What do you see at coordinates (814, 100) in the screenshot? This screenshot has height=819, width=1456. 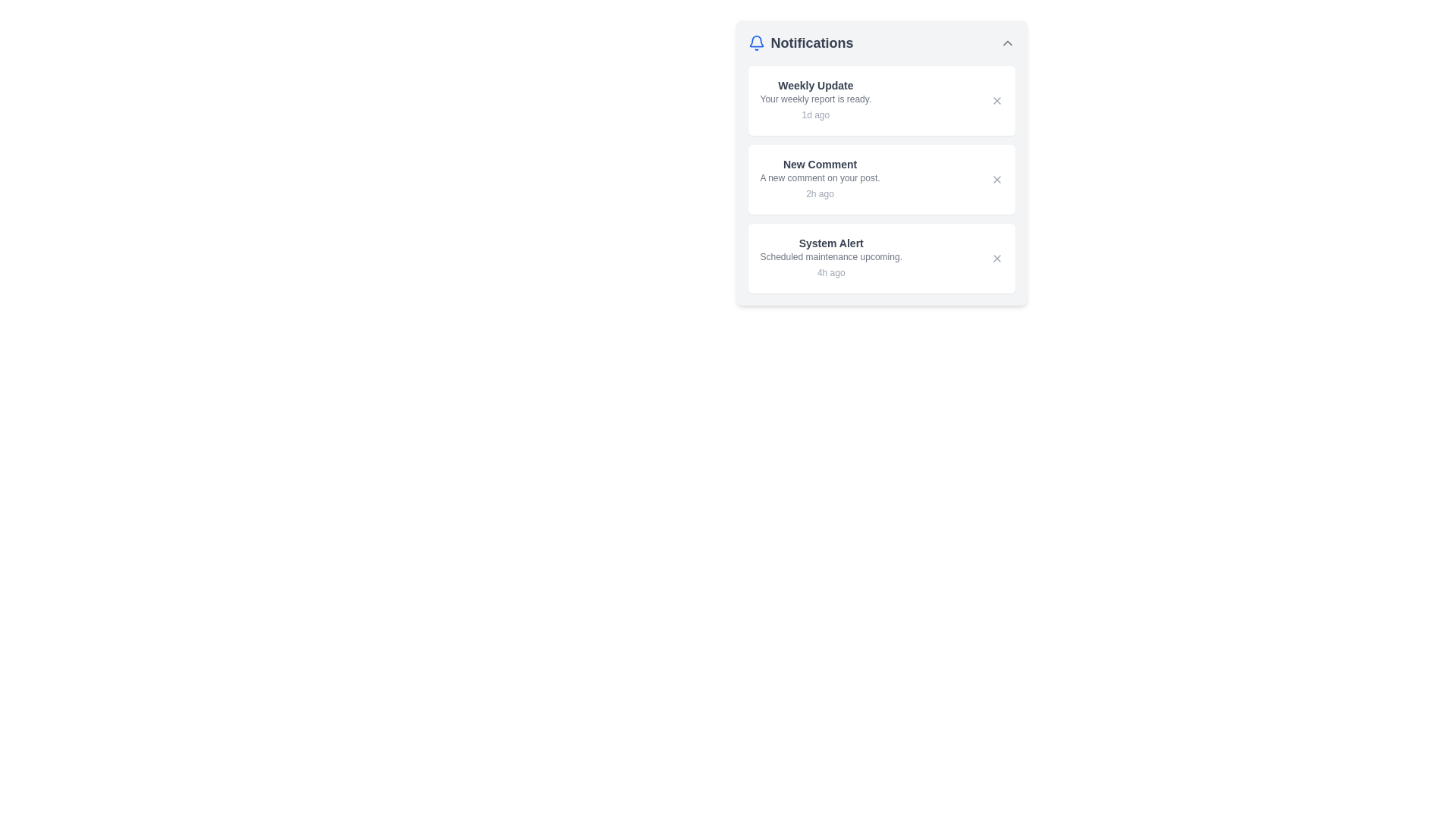 I see `the notification entry at the top of the notification panel` at bounding box center [814, 100].